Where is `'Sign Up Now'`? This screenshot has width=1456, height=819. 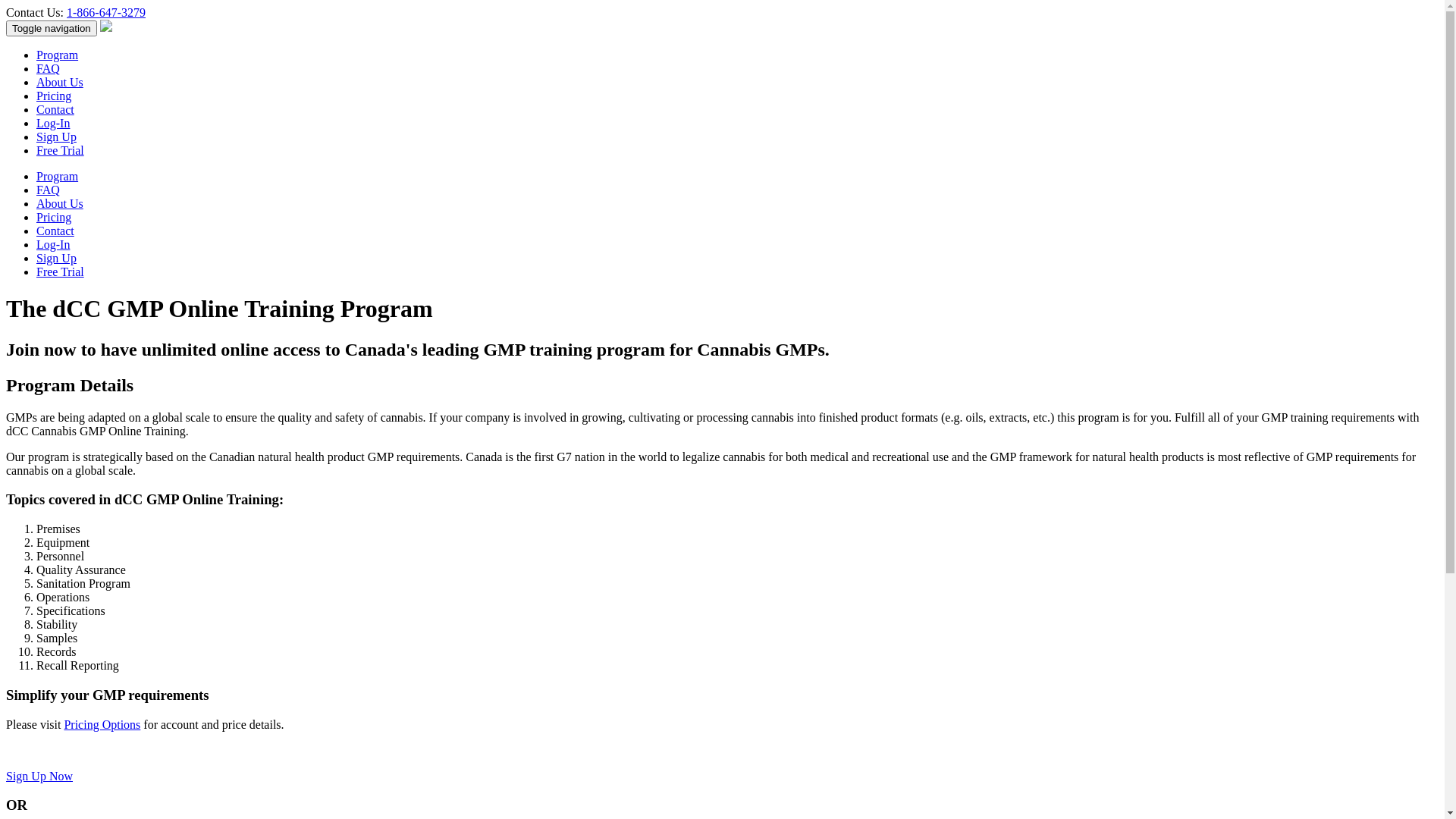 'Sign Up Now' is located at coordinates (6, 776).